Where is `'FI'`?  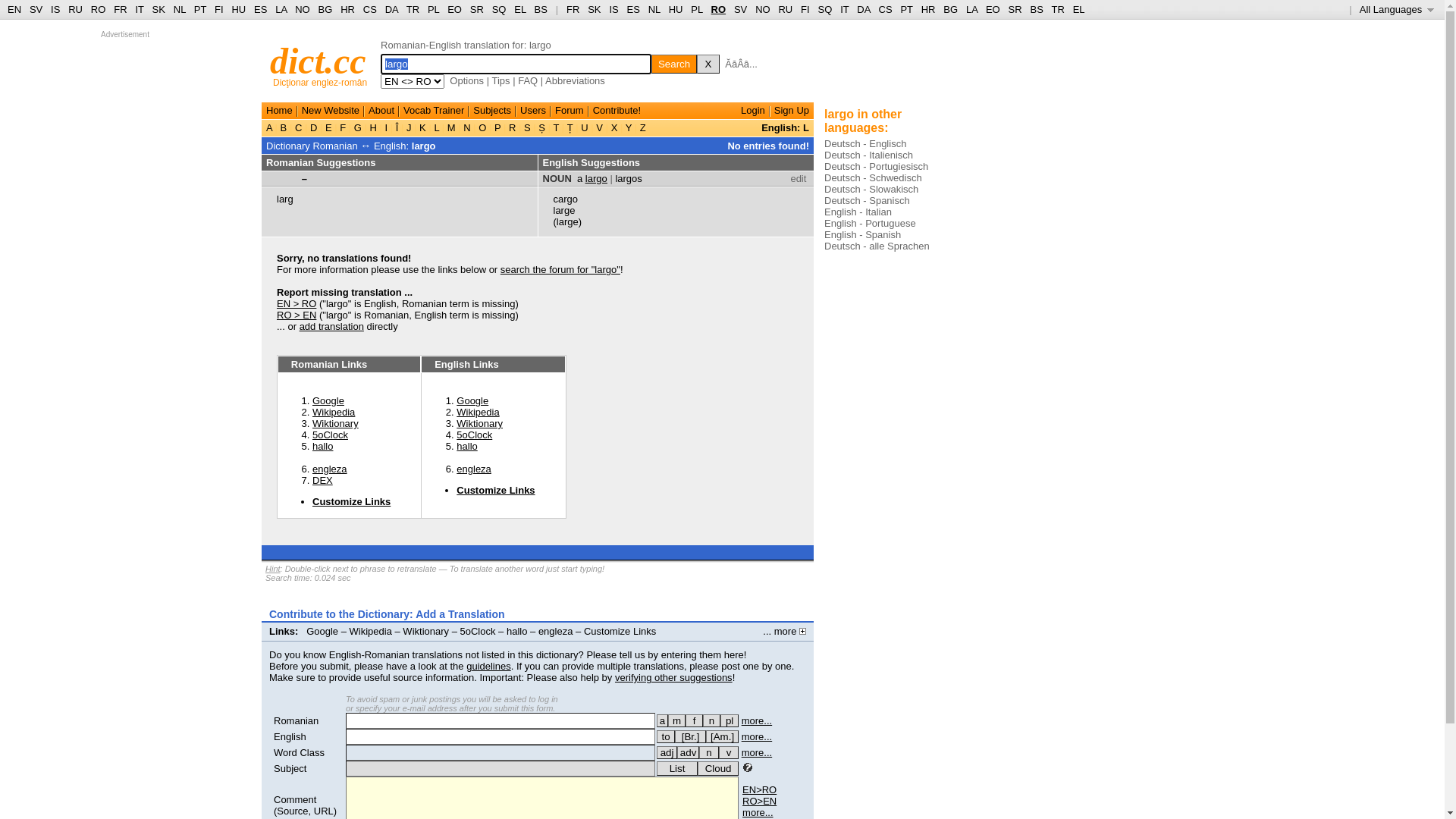
'FI' is located at coordinates (800, 9).